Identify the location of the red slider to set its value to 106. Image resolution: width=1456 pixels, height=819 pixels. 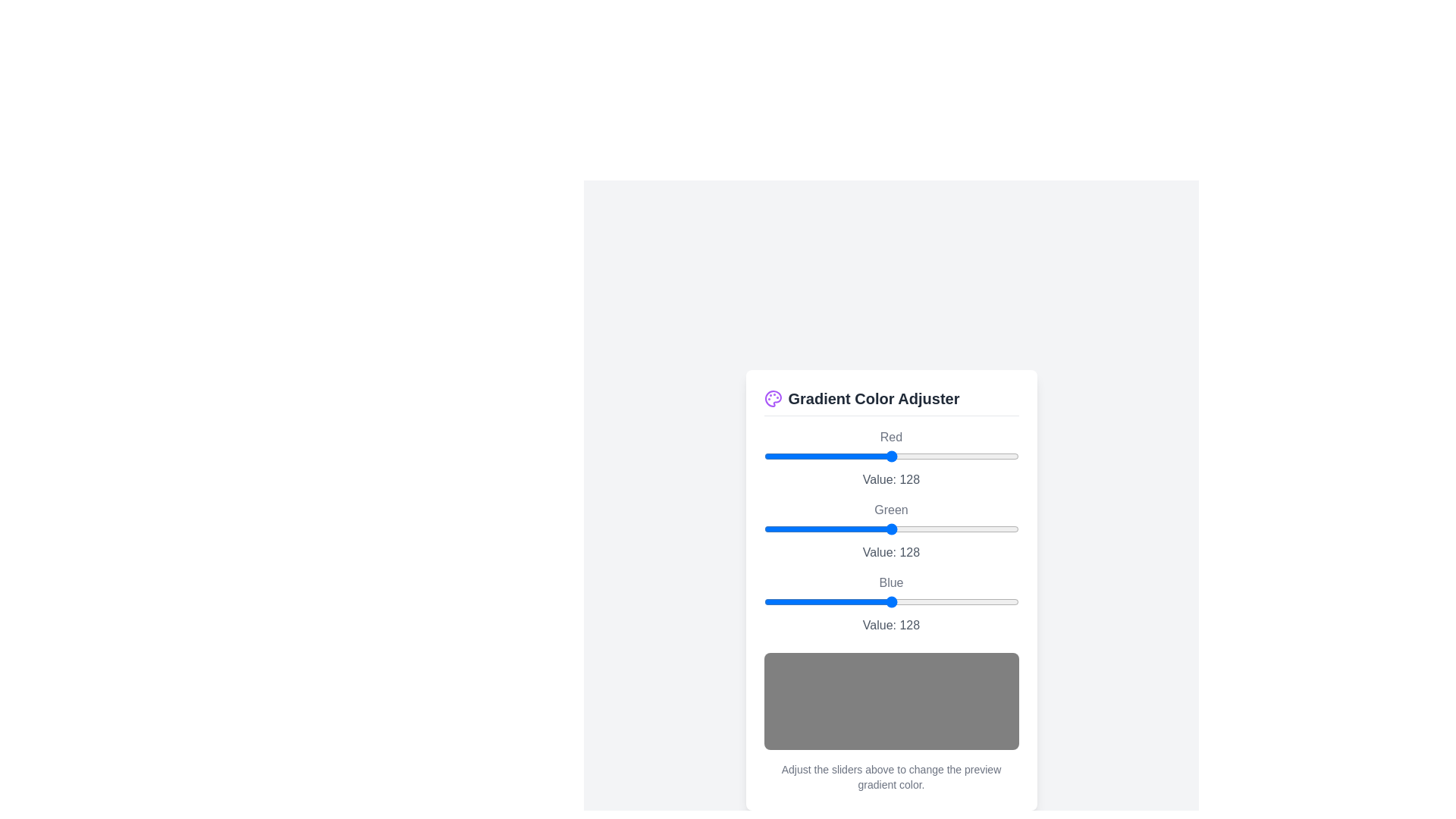
(870, 455).